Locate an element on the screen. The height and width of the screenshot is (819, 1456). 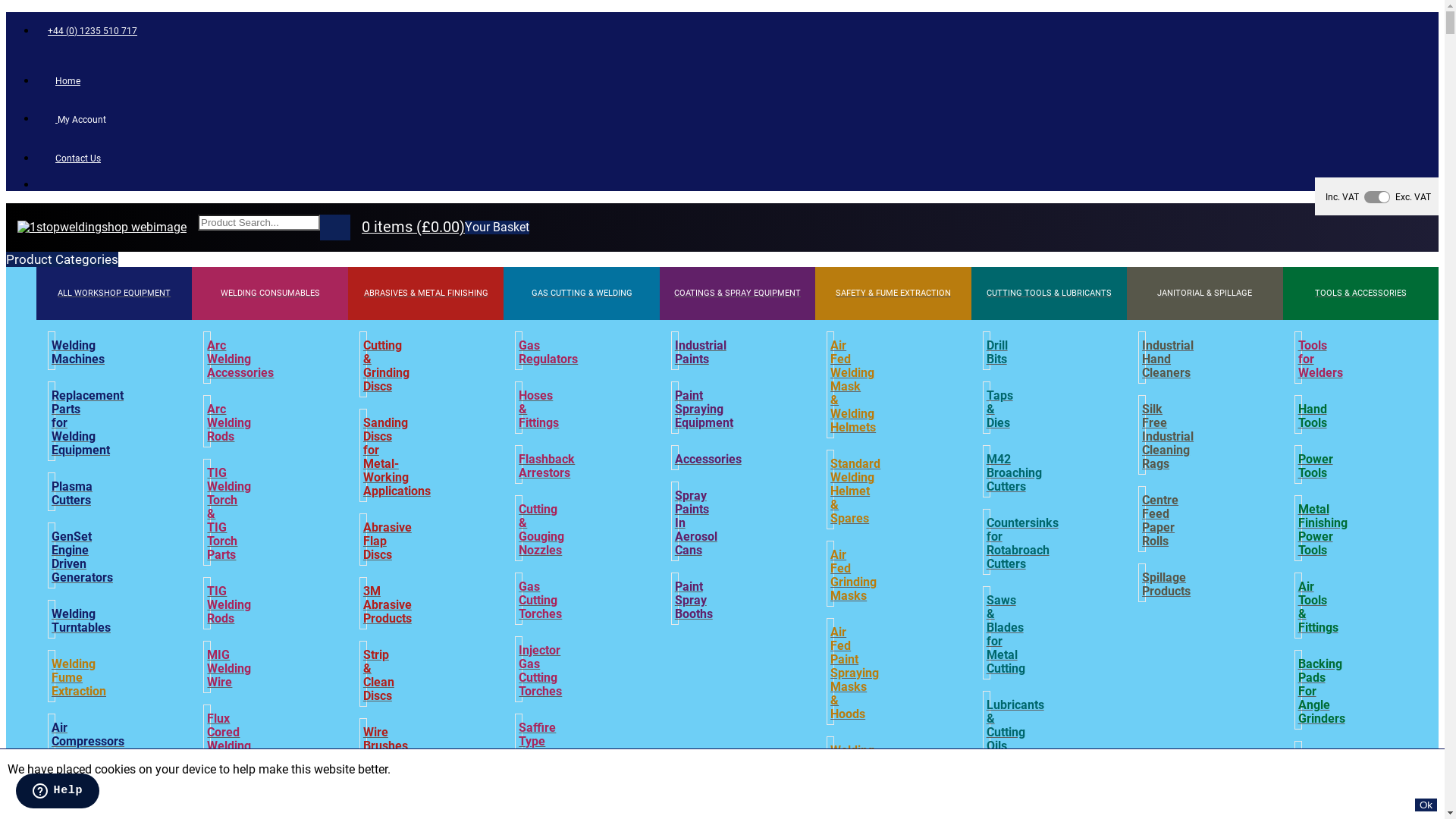
'WELDING CONSUMABLES' is located at coordinates (191, 293).